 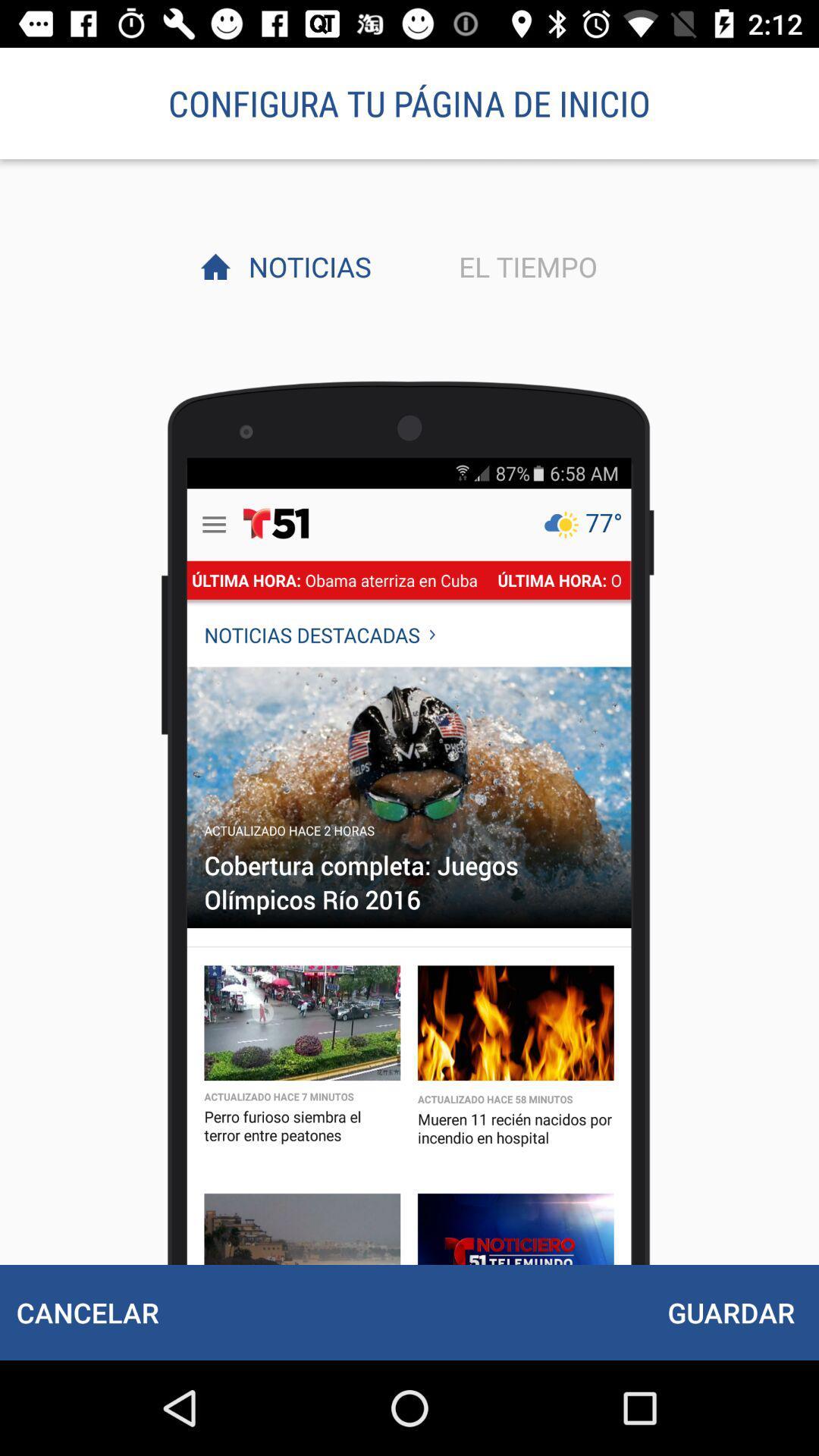 What do you see at coordinates (730, 1312) in the screenshot?
I see `the icon below el tiempo item` at bounding box center [730, 1312].